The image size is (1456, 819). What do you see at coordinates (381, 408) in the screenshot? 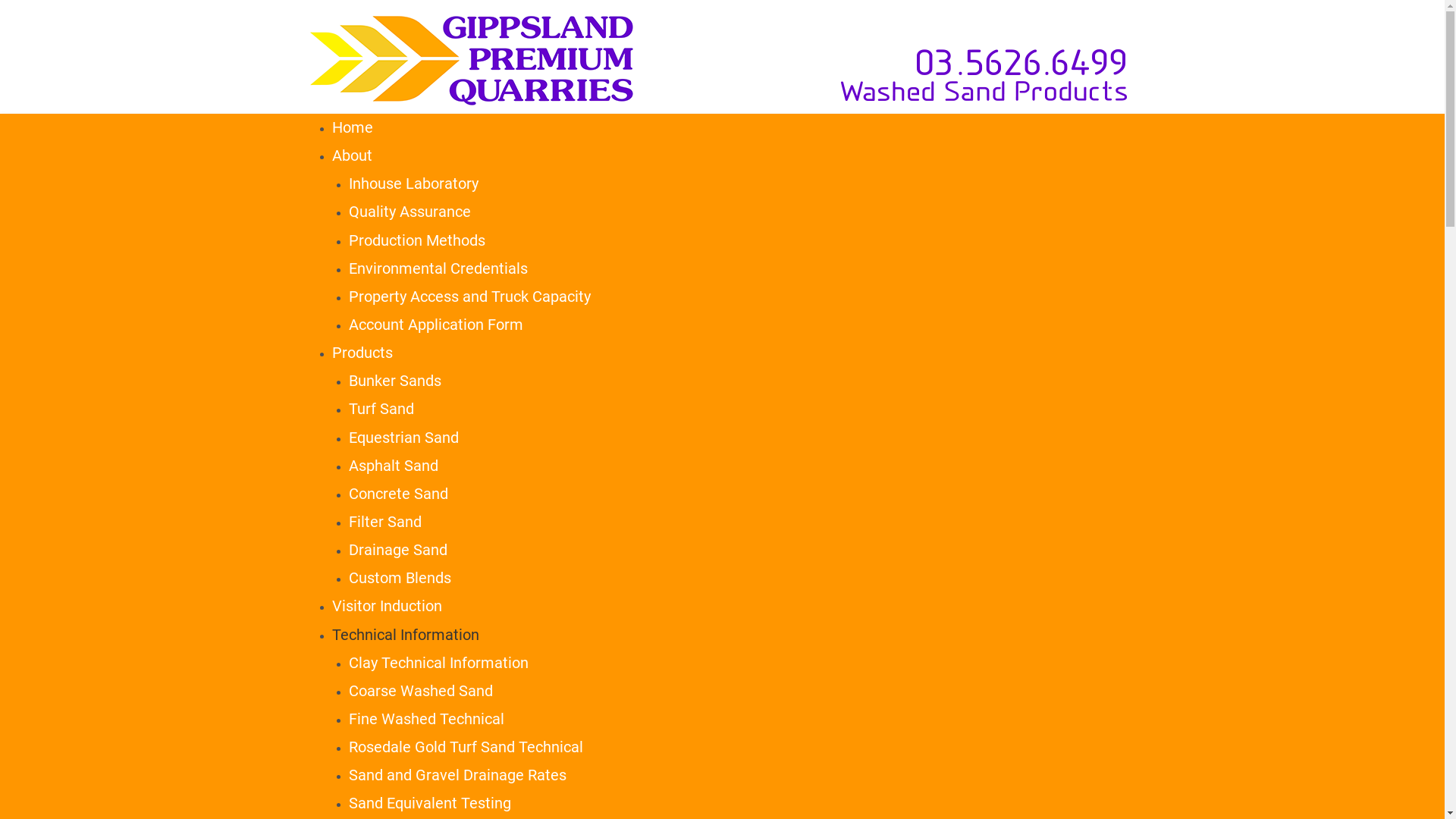
I see `'Turf Sand'` at bounding box center [381, 408].